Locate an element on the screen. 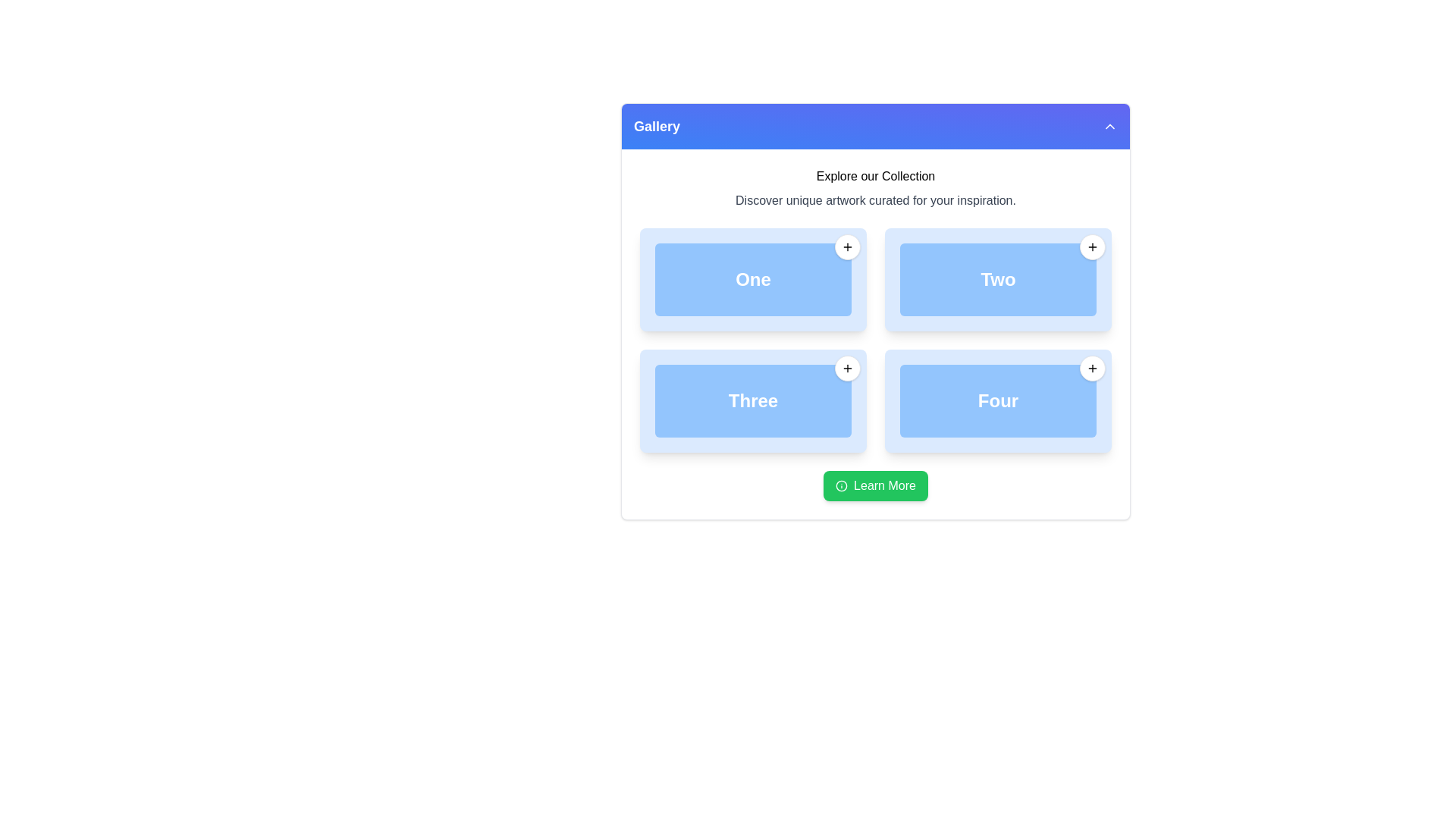 This screenshot has height=819, width=1456. the 'Four' card element in the second row and second column of the grid is located at coordinates (998, 400).